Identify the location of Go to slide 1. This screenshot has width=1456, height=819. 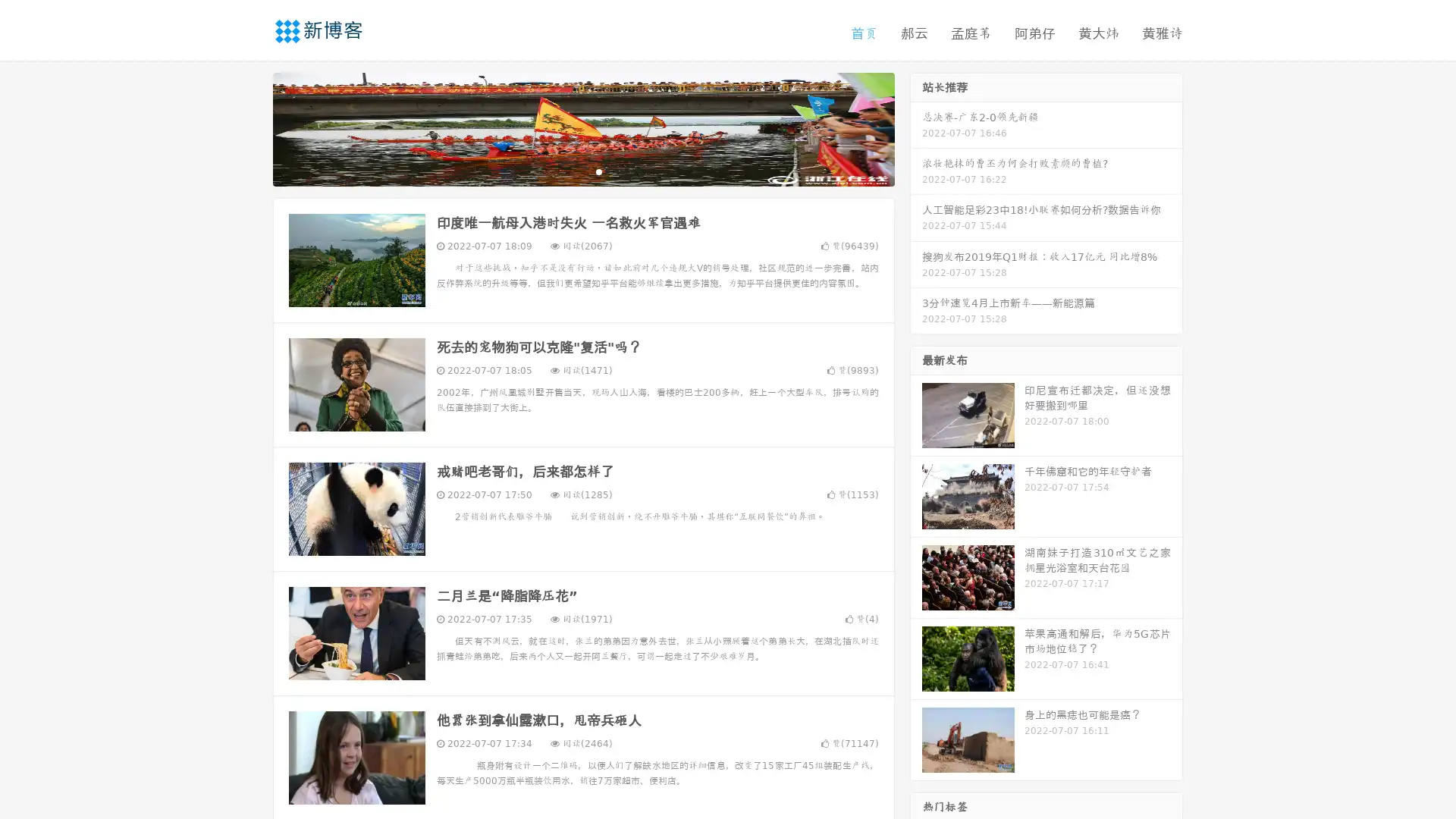
(567, 171).